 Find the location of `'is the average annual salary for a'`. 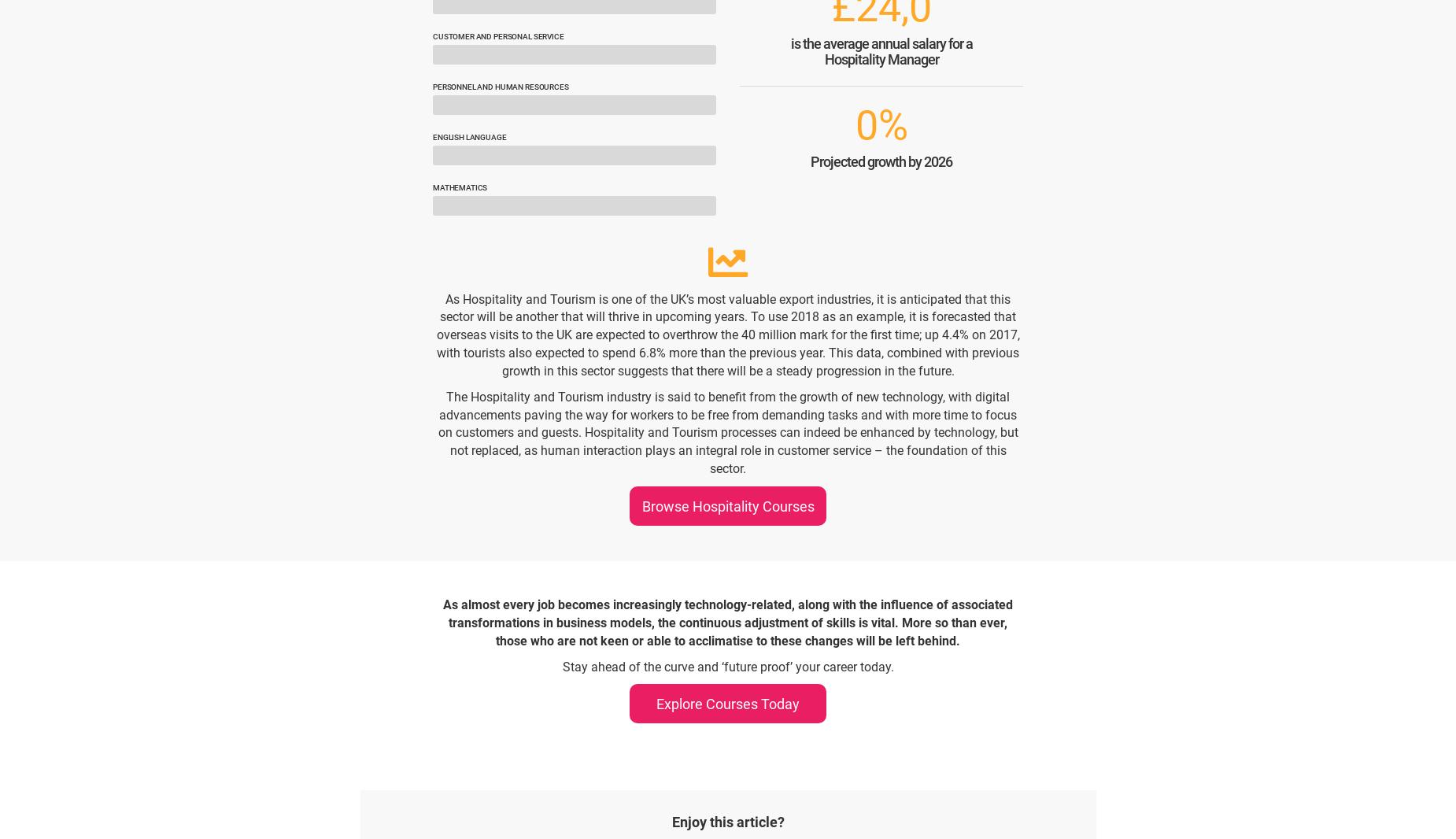

'is the average annual salary for a' is located at coordinates (789, 42).